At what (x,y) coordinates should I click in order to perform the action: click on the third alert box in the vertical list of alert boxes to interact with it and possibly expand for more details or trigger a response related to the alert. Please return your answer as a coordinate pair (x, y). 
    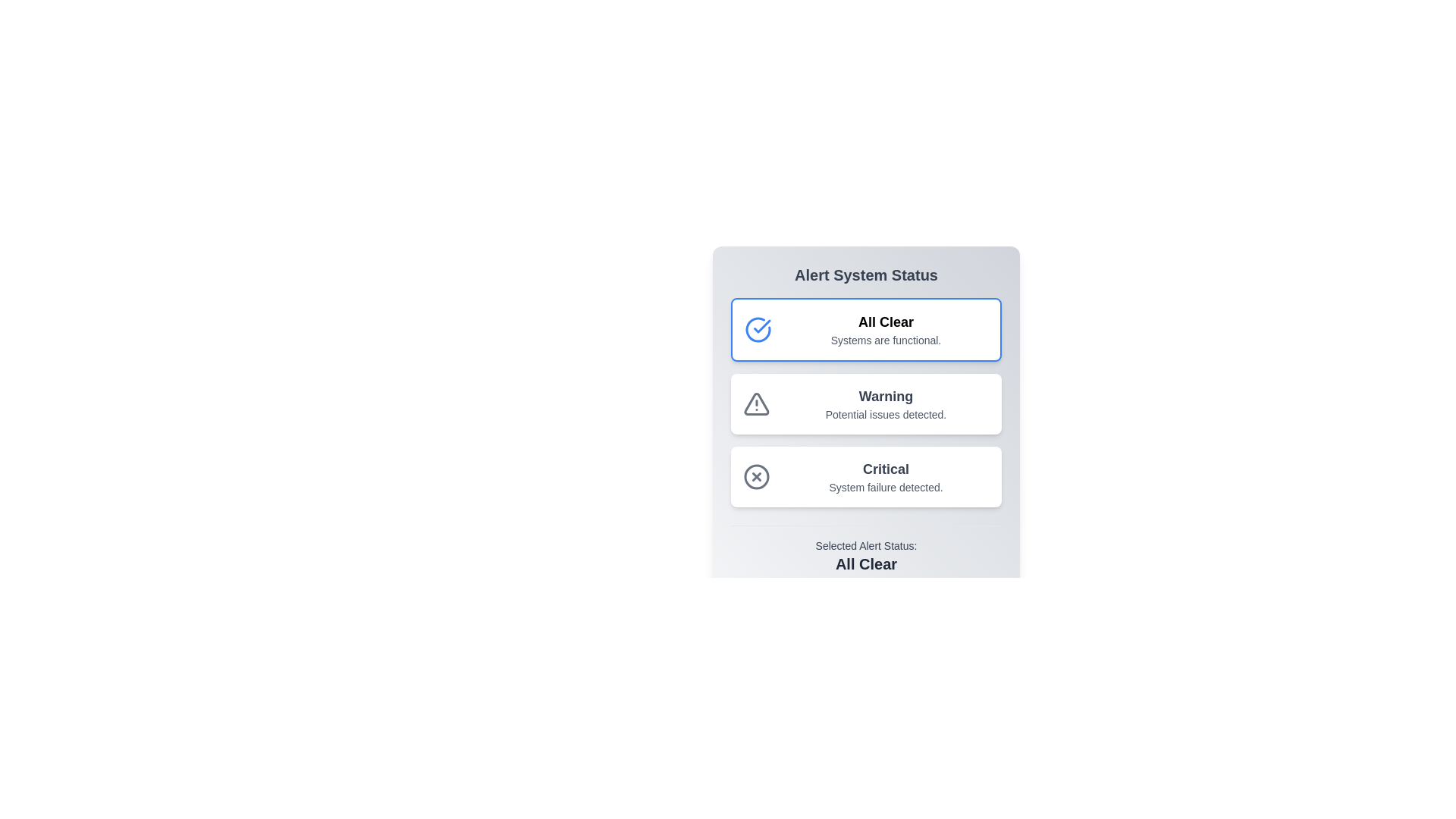
    Looking at the image, I should click on (866, 475).